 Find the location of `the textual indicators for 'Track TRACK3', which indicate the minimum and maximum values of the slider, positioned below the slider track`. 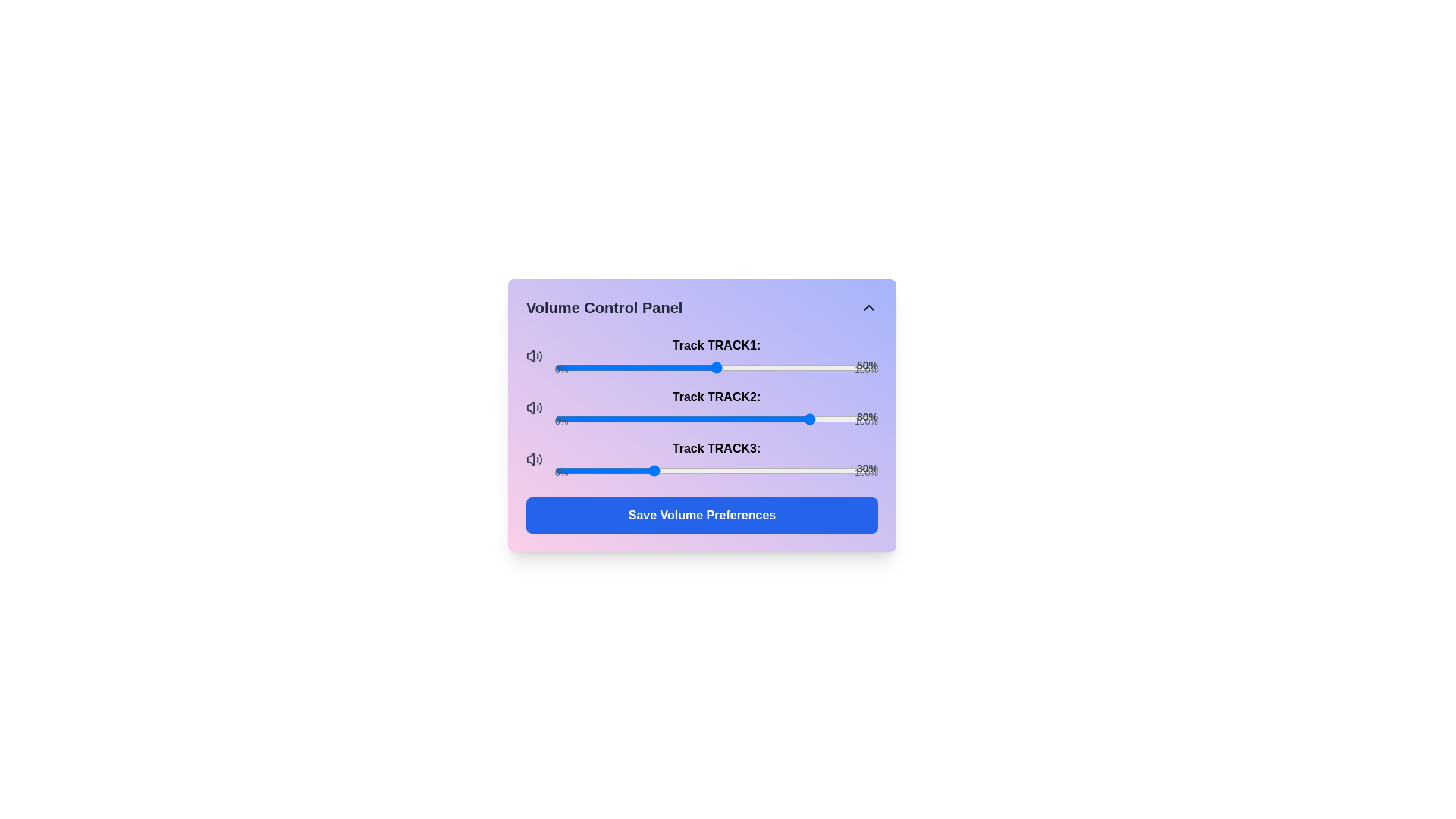

the textual indicators for 'Track TRACK3', which indicate the minimum and maximum values of the slider, positioned below the slider track is located at coordinates (716, 472).